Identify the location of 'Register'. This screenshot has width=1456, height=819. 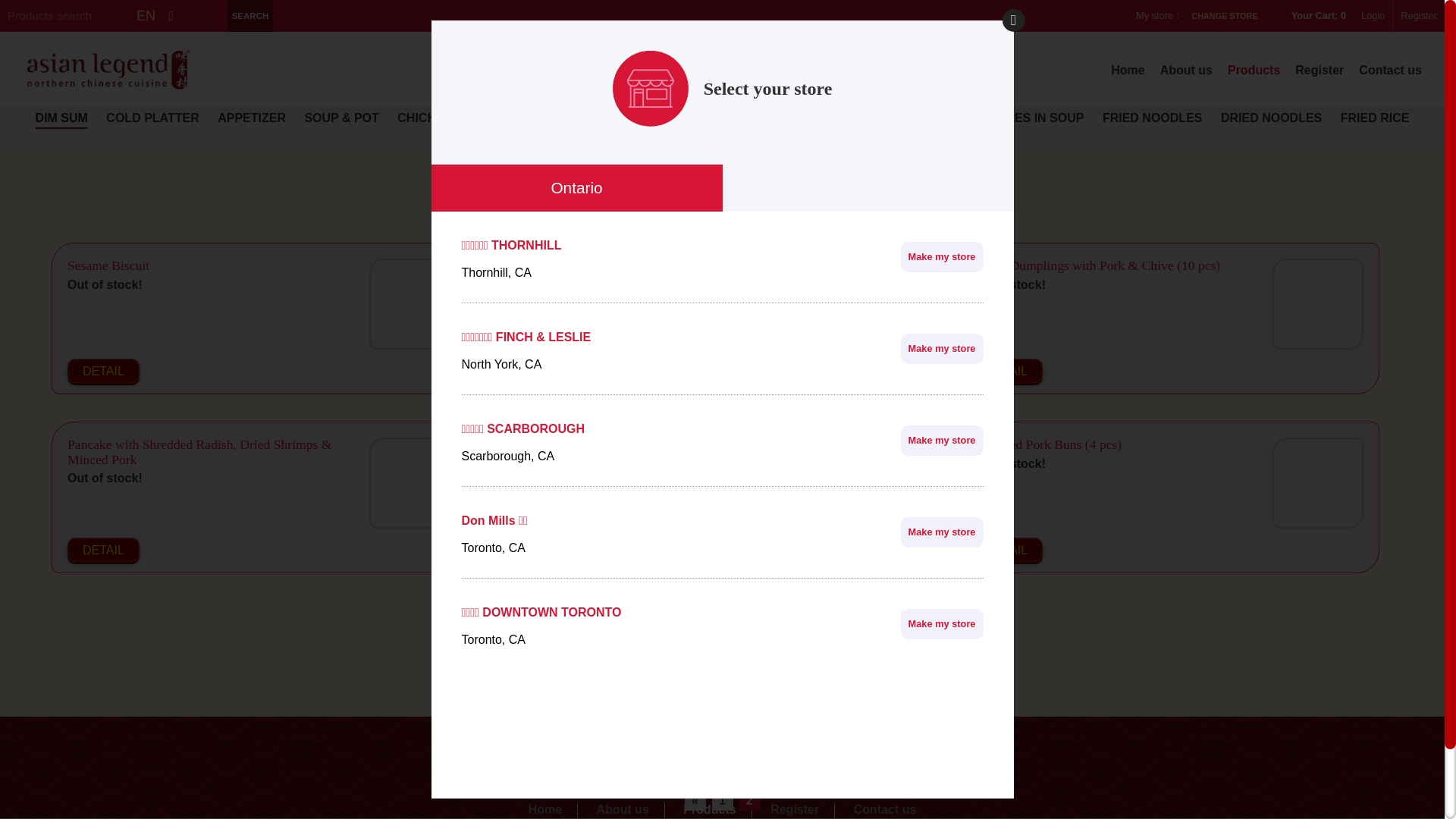
(1318, 70).